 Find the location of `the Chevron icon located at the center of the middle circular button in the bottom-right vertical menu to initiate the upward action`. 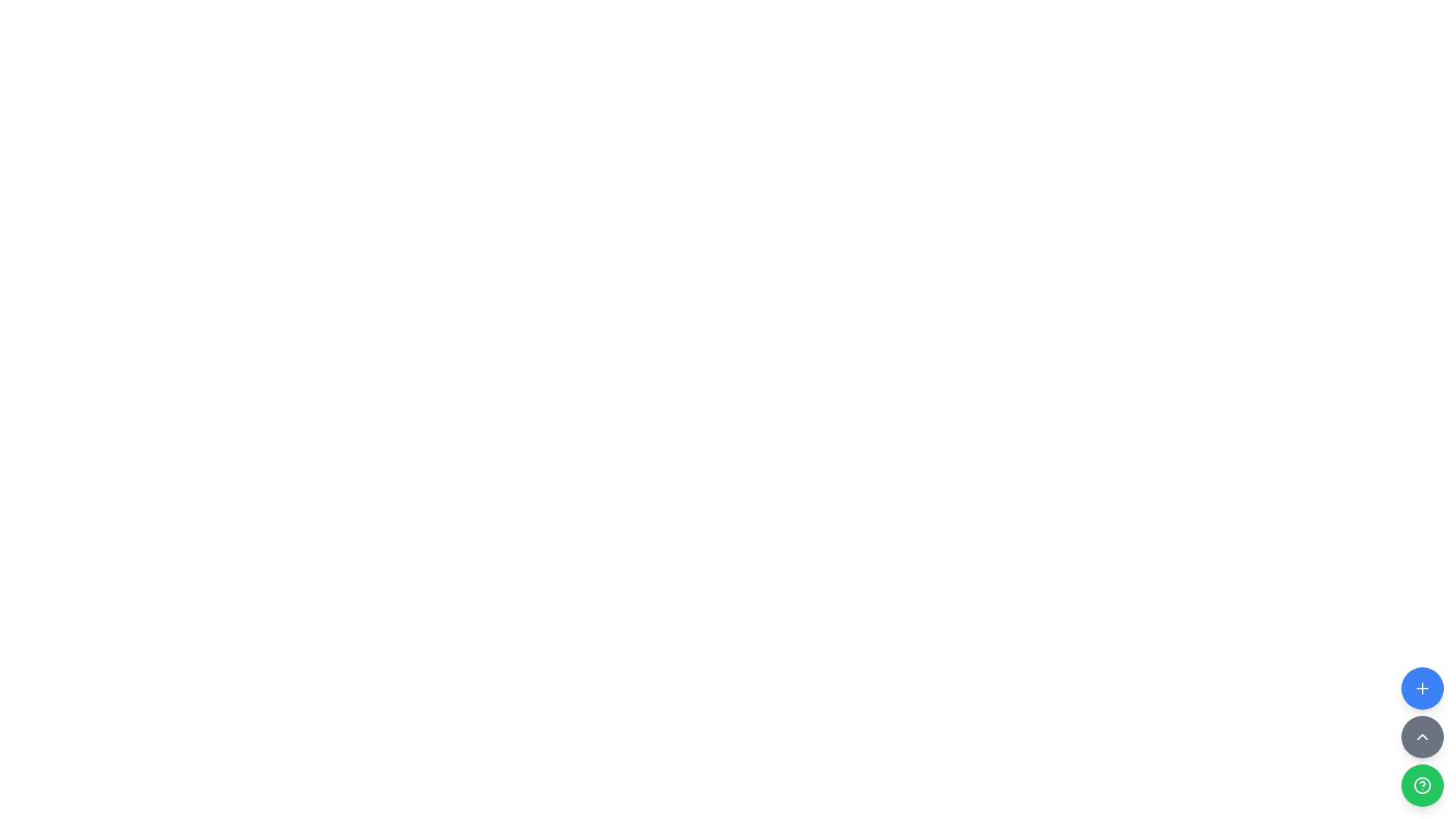

the Chevron icon located at the center of the middle circular button in the bottom-right vertical menu to initiate the upward action is located at coordinates (1422, 736).